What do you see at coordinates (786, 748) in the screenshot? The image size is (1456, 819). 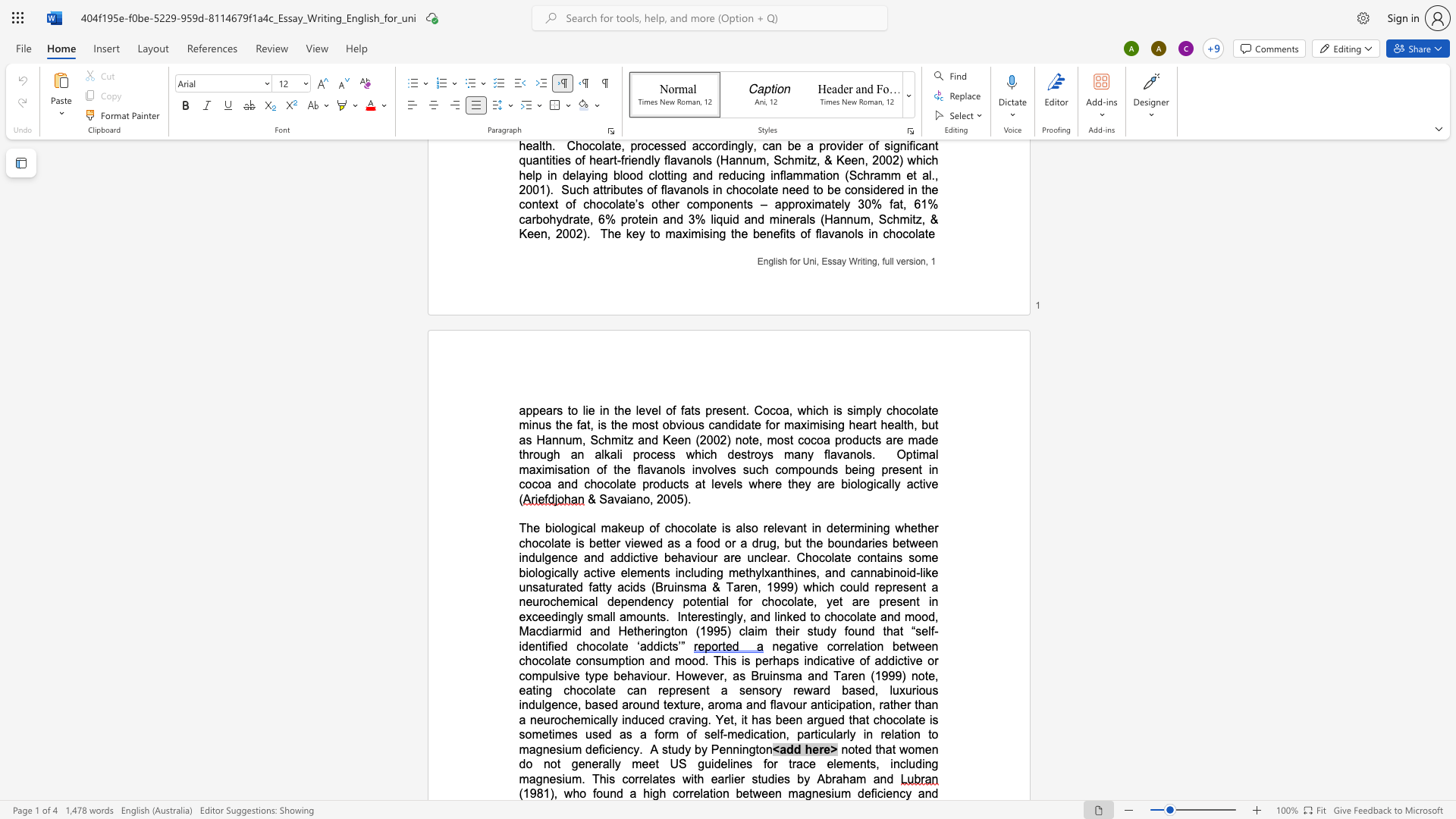 I see `the space between the continuous character "a" and "d" in the text` at bounding box center [786, 748].